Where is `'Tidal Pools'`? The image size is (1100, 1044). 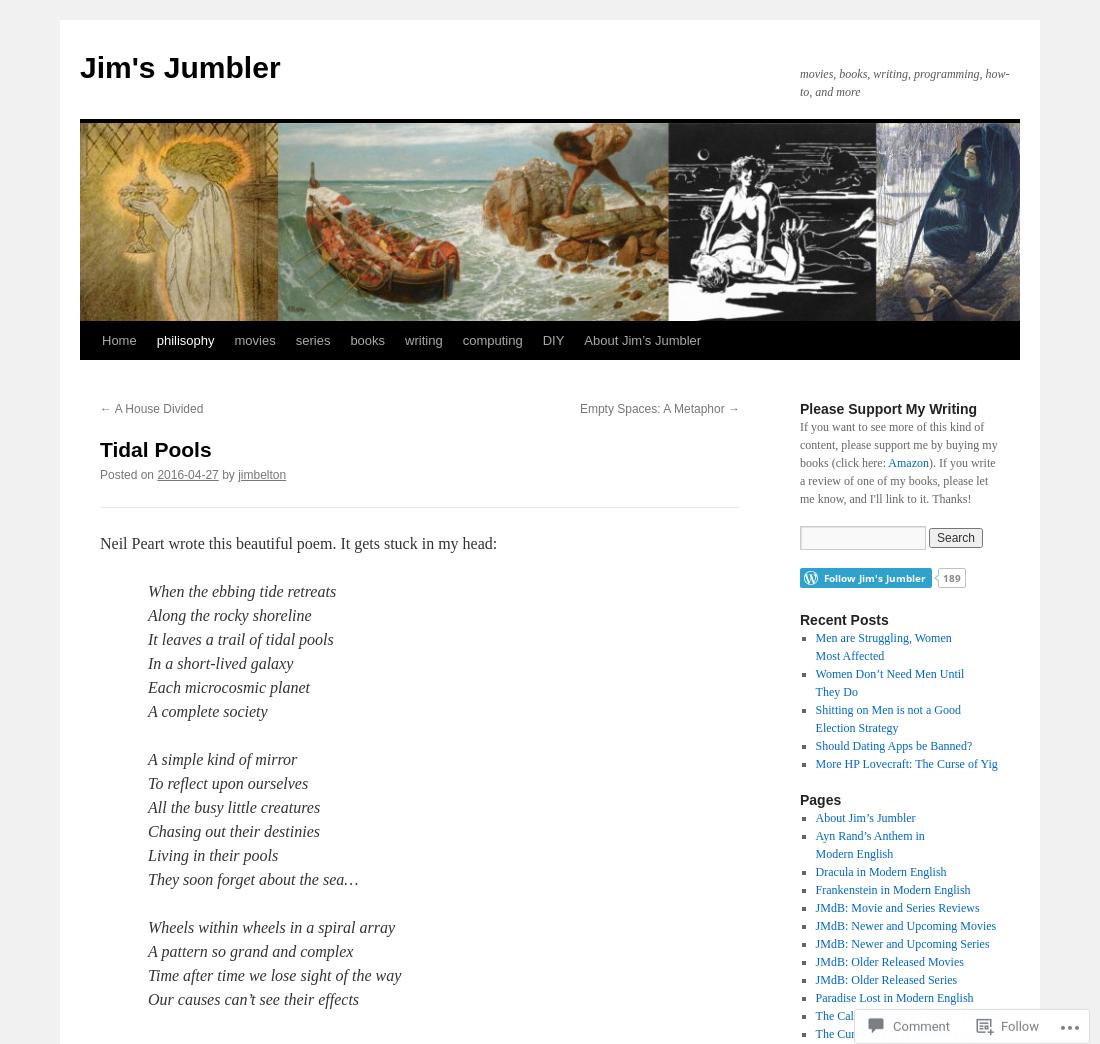
'Tidal Pools' is located at coordinates (154, 448).